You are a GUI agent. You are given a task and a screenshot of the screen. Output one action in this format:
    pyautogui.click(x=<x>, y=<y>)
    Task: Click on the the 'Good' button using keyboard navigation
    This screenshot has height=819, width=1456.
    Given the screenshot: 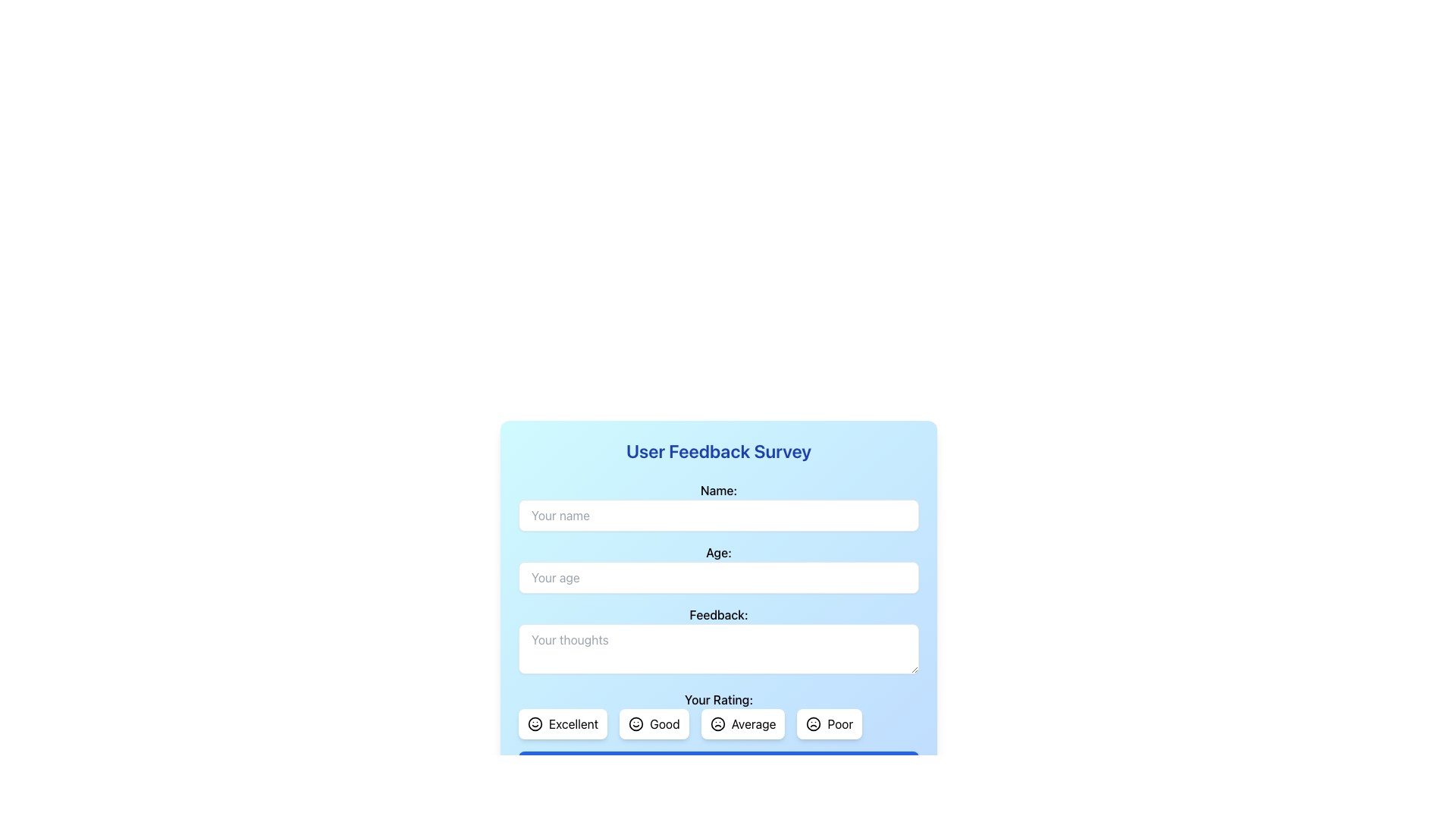 What is the action you would take?
    pyautogui.click(x=654, y=723)
    